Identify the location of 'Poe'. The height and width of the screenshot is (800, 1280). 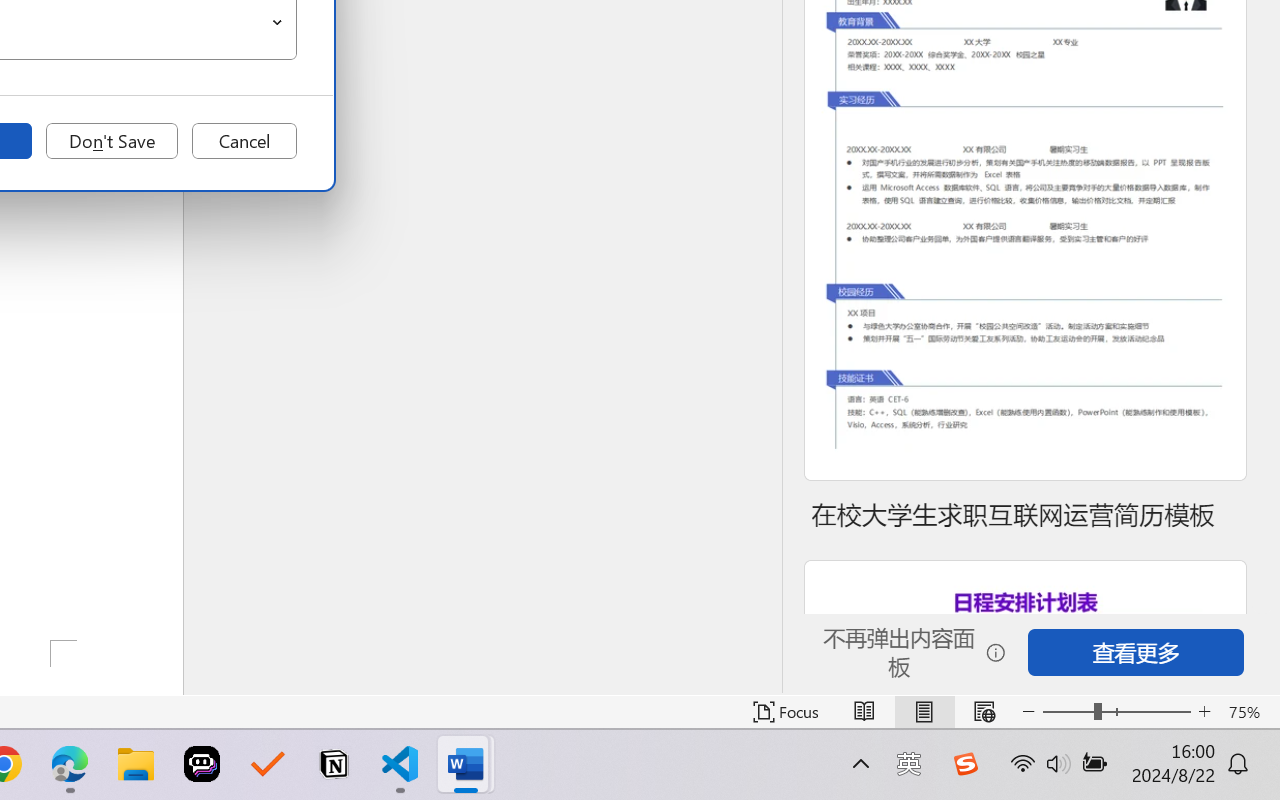
(202, 764).